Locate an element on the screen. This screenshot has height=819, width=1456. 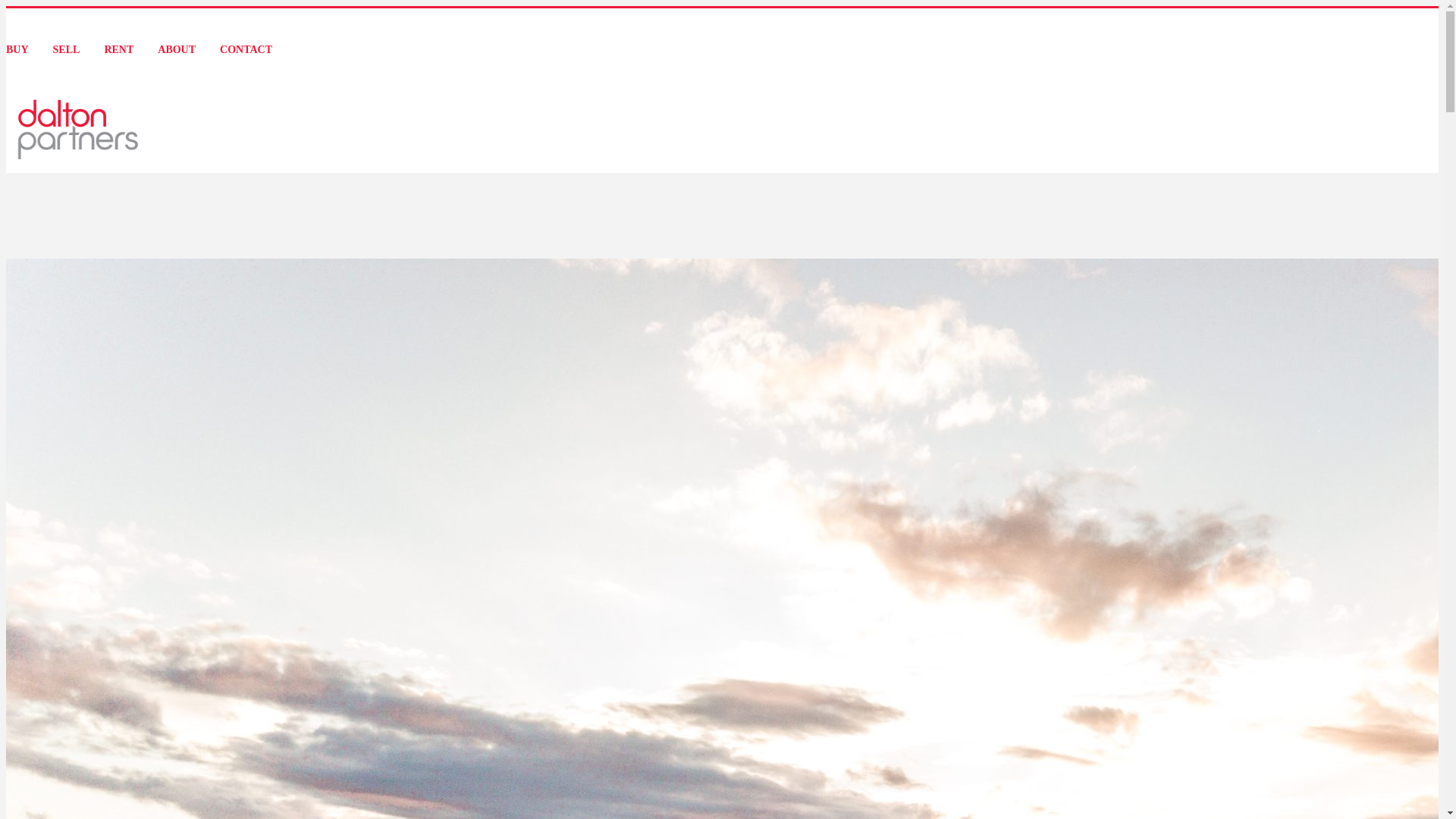
'BUY' is located at coordinates (17, 49).